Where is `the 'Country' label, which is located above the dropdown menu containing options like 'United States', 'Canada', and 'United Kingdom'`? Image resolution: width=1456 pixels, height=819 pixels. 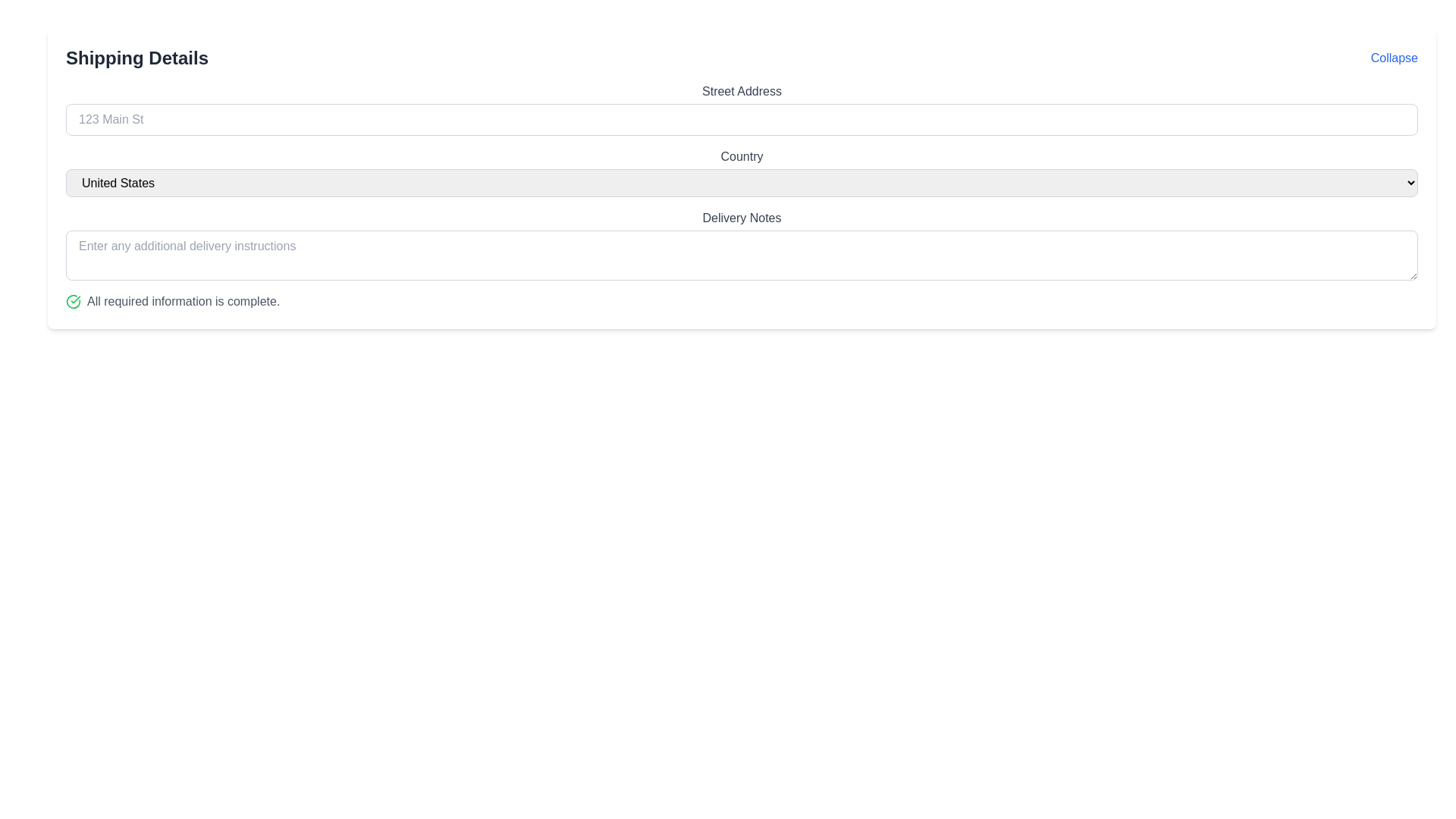
the 'Country' label, which is located above the dropdown menu containing options like 'United States', 'Canada', and 'United Kingdom' is located at coordinates (742, 157).